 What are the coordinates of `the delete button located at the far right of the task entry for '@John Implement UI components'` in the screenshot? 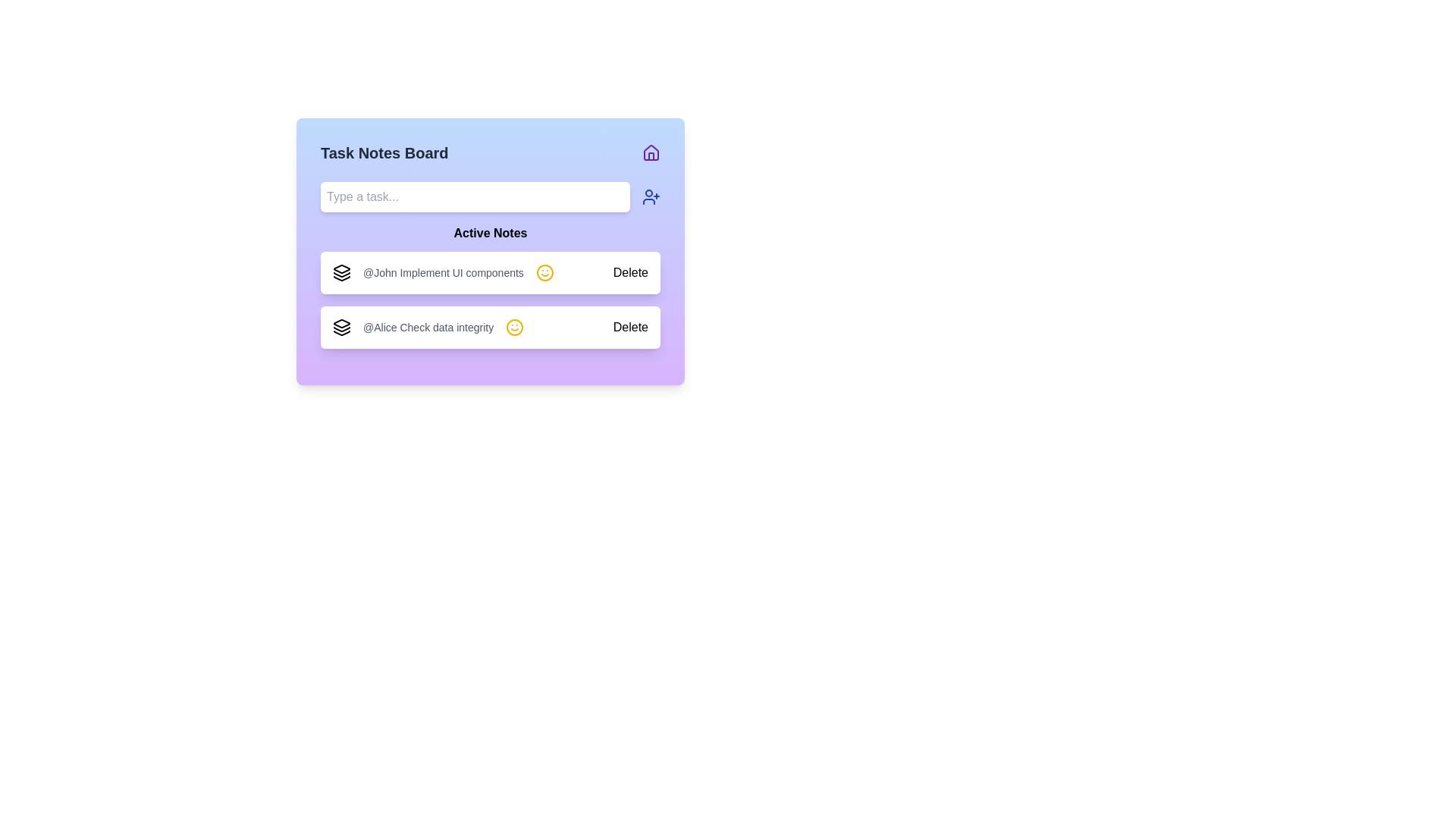 It's located at (630, 271).